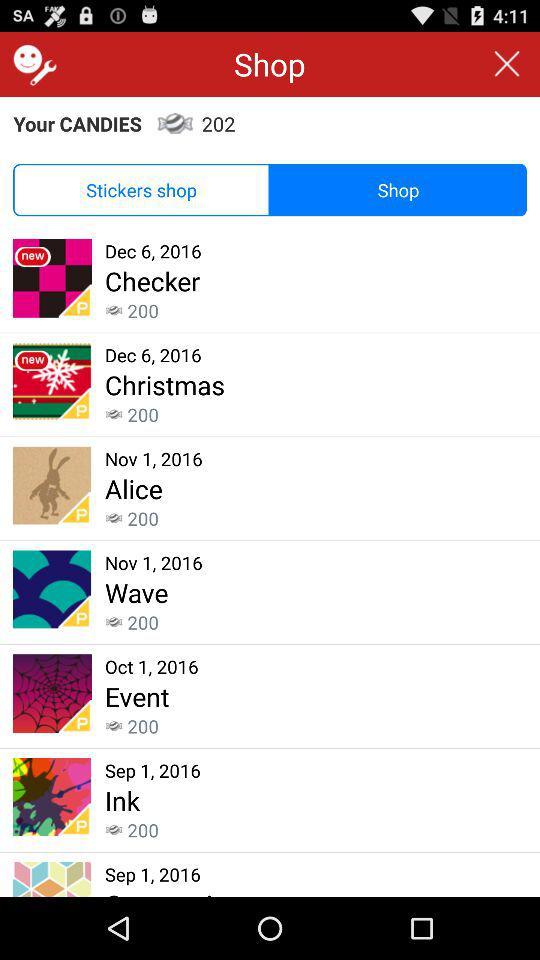 The image size is (540, 960). What do you see at coordinates (140, 190) in the screenshot?
I see `stickers shop icon` at bounding box center [140, 190].